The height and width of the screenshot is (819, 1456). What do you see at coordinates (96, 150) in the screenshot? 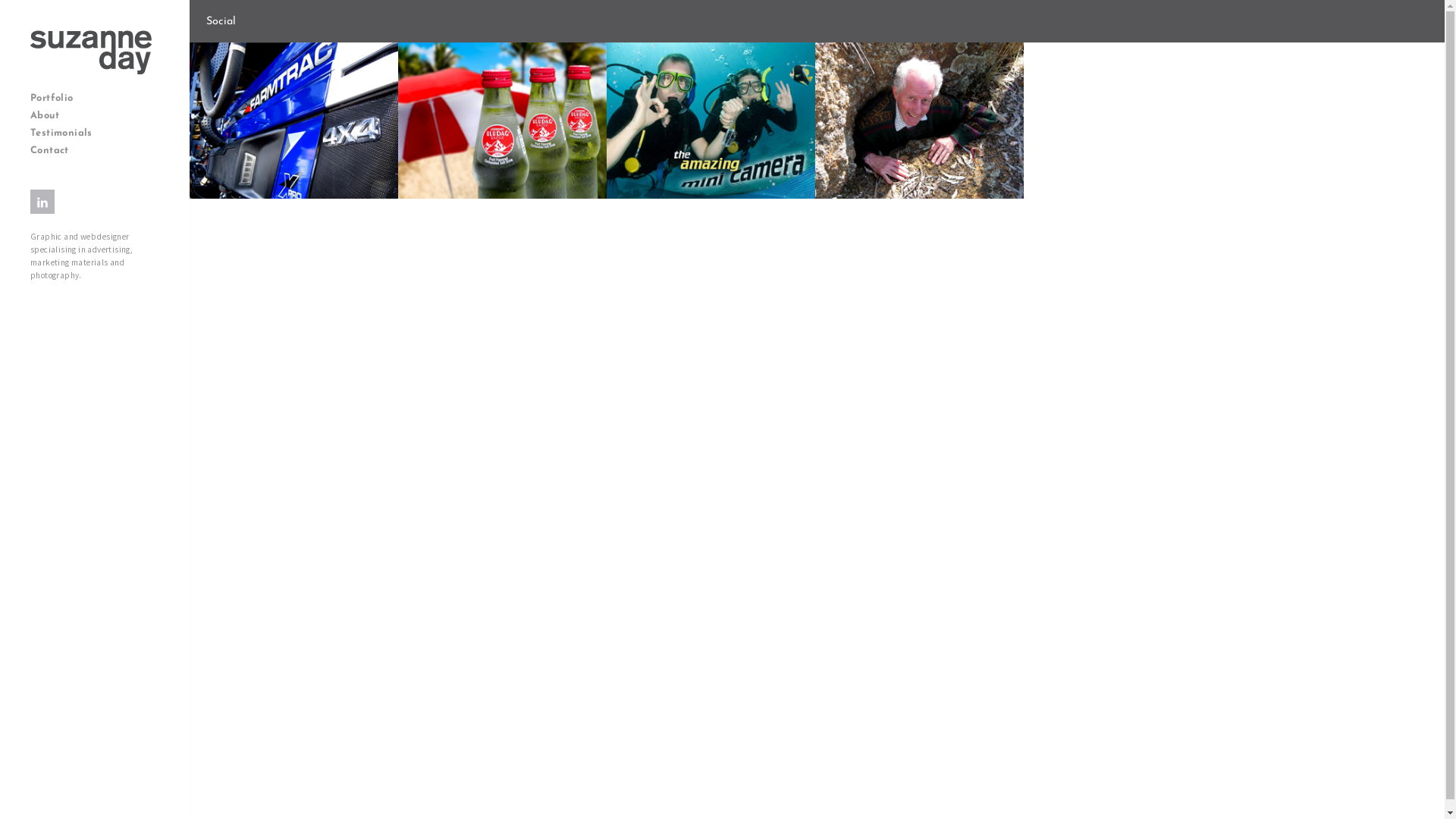
I see `'Contact'` at bounding box center [96, 150].